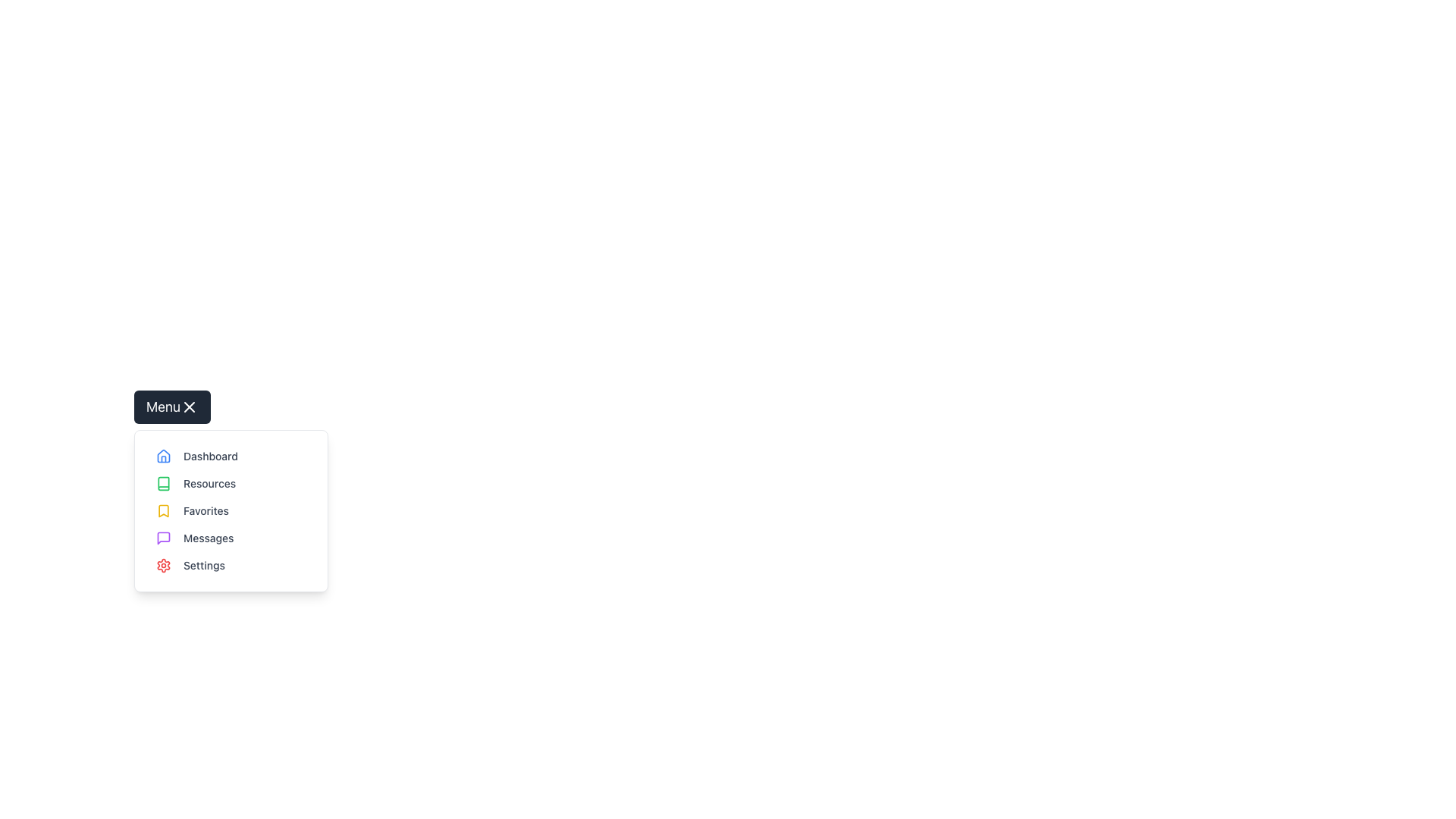 Image resolution: width=1456 pixels, height=819 pixels. I want to click on the settings link or button located at the bottom of the vertical menu for keyboard navigation, so click(231, 565).